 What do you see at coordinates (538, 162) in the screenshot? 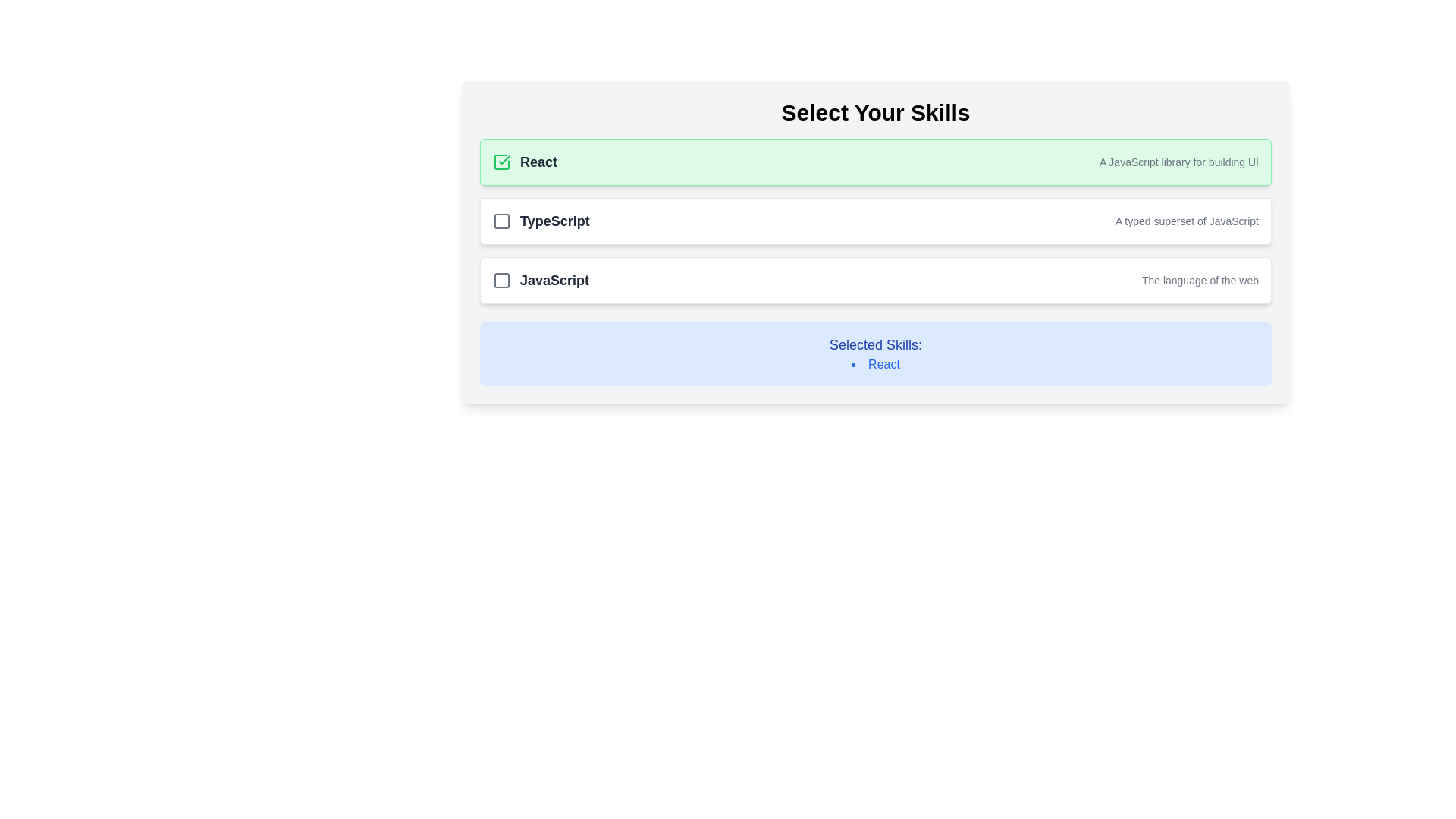
I see `the text label representing the 'React' skill in the skill-selection card, which is positioned to the right of a checkmark icon` at bounding box center [538, 162].